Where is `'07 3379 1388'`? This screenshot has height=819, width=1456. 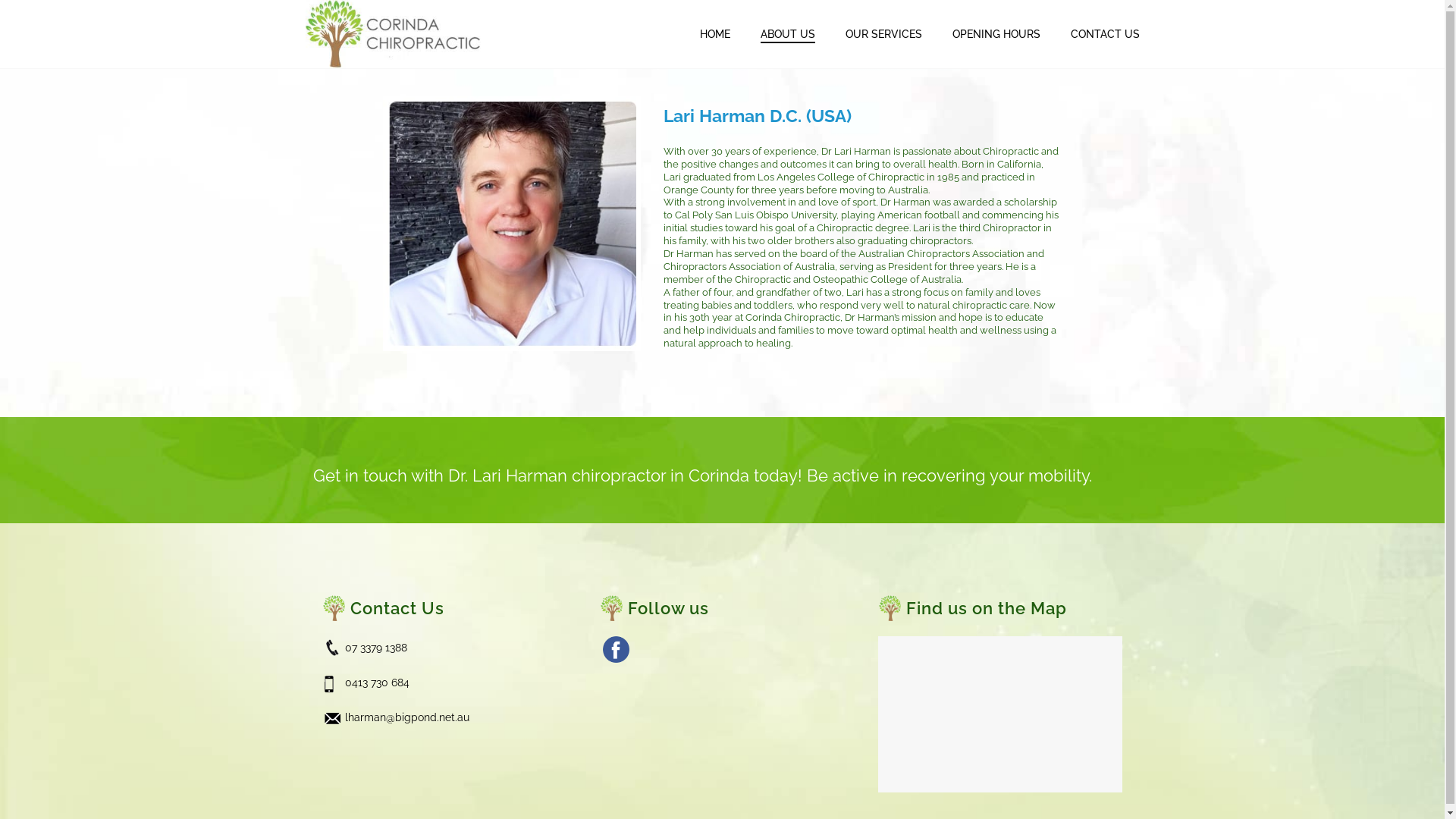
'07 3379 1388' is located at coordinates (344, 647).